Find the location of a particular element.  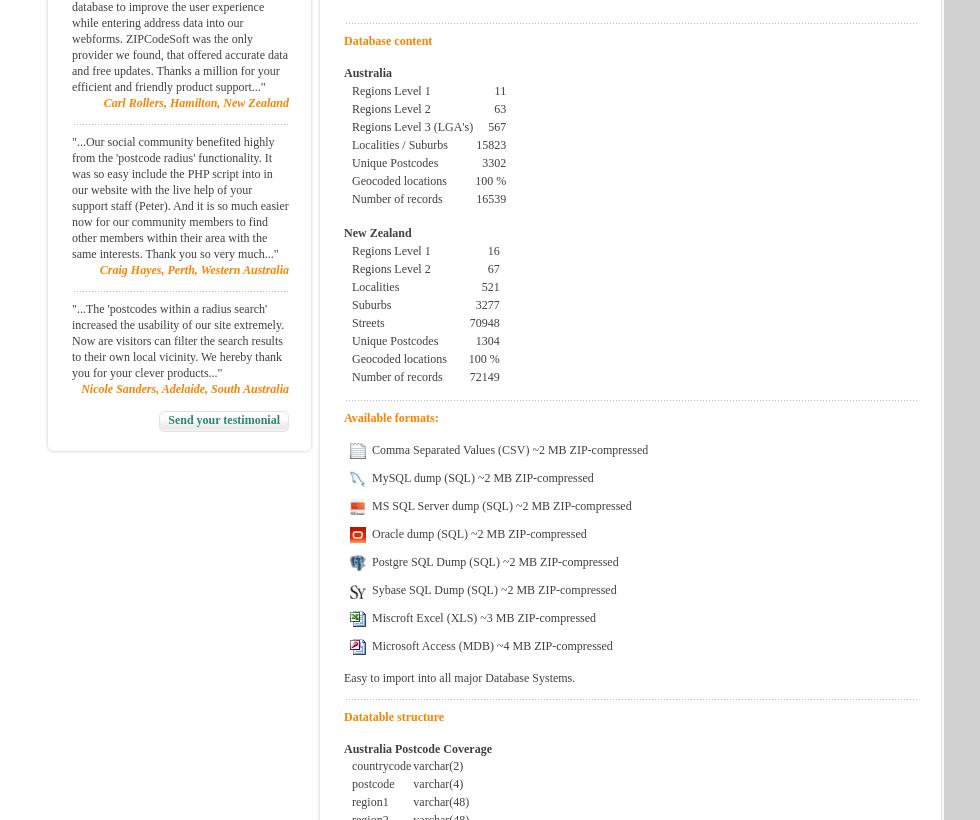

'Craig Hayes, Perth, Western Australia' is located at coordinates (98, 268).